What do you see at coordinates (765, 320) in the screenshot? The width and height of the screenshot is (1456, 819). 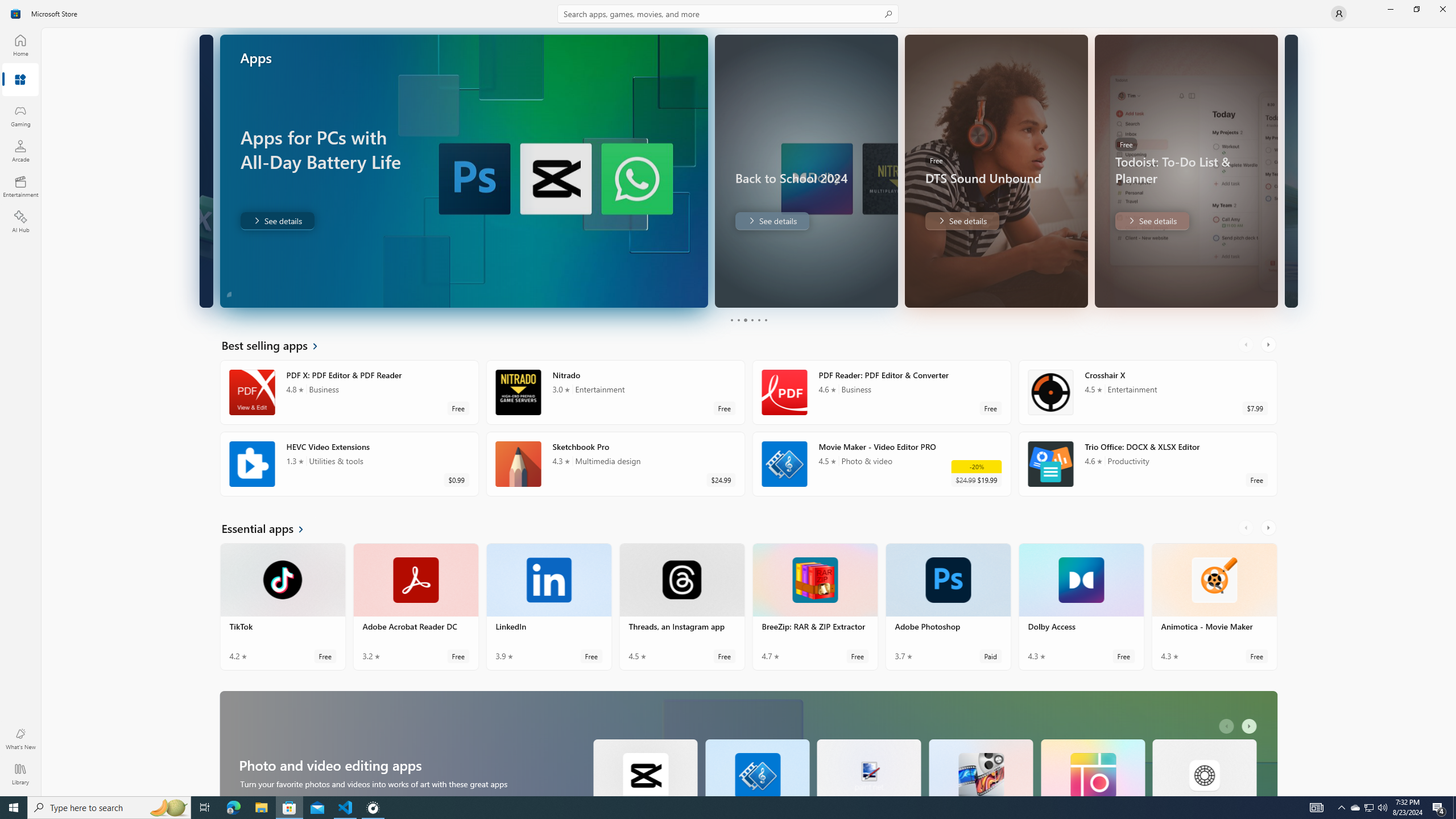 I see `'Page 6'` at bounding box center [765, 320].